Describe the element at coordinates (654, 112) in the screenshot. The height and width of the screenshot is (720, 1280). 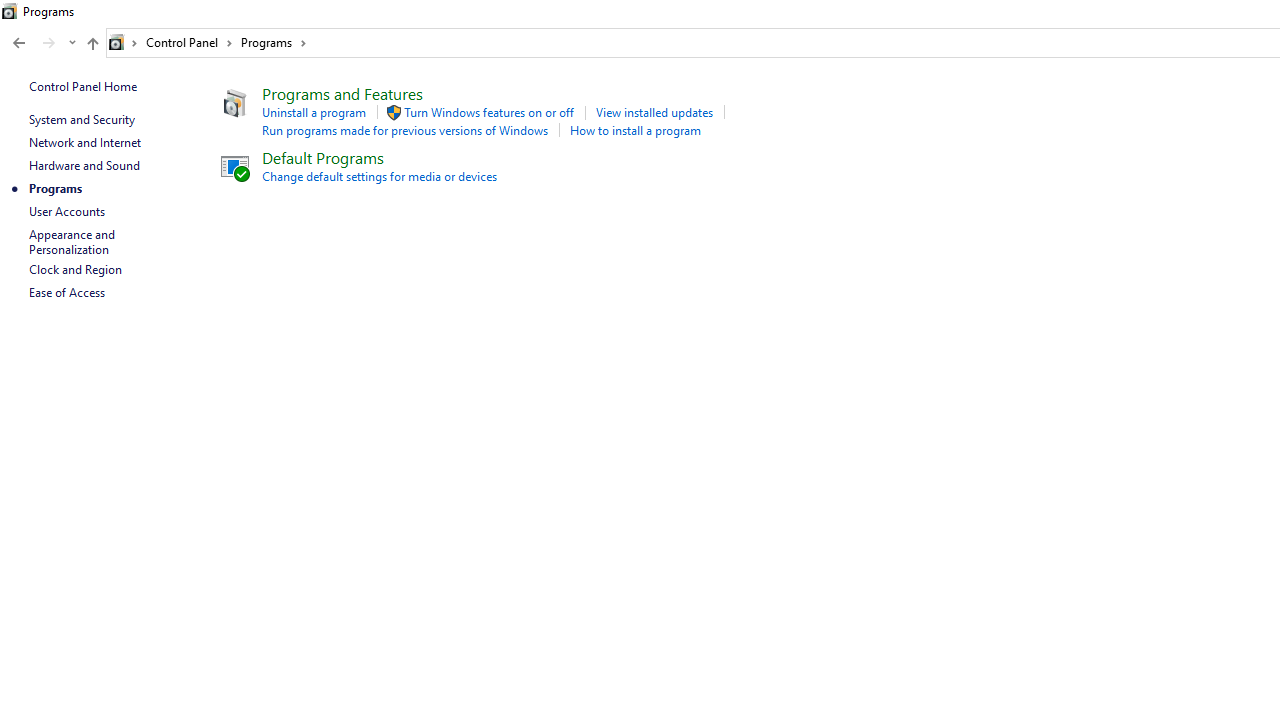
I see `'View installed updates'` at that location.